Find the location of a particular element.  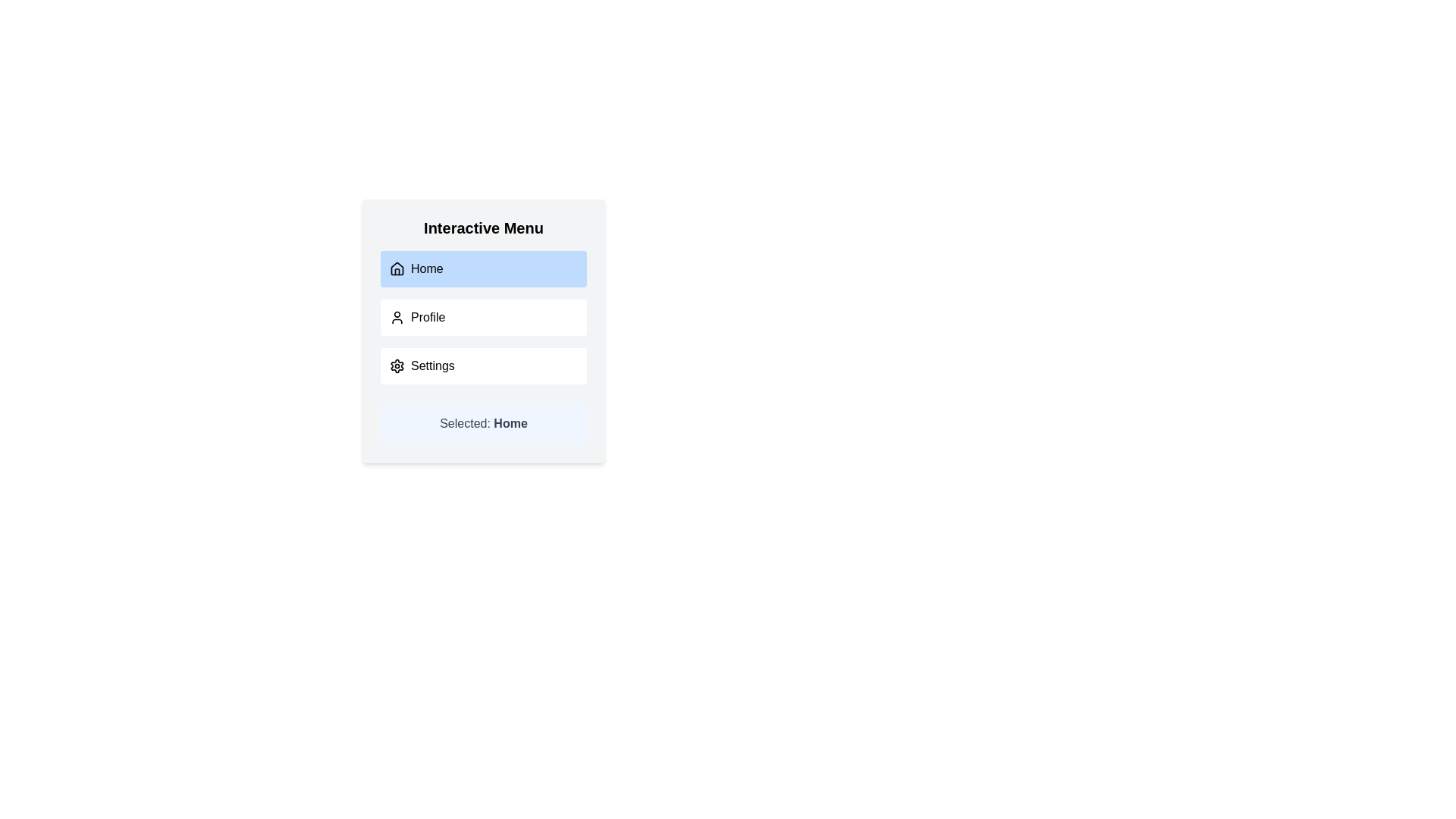

the cogwheel-shaped icon representing settings functionality is located at coordinates (397, 366).